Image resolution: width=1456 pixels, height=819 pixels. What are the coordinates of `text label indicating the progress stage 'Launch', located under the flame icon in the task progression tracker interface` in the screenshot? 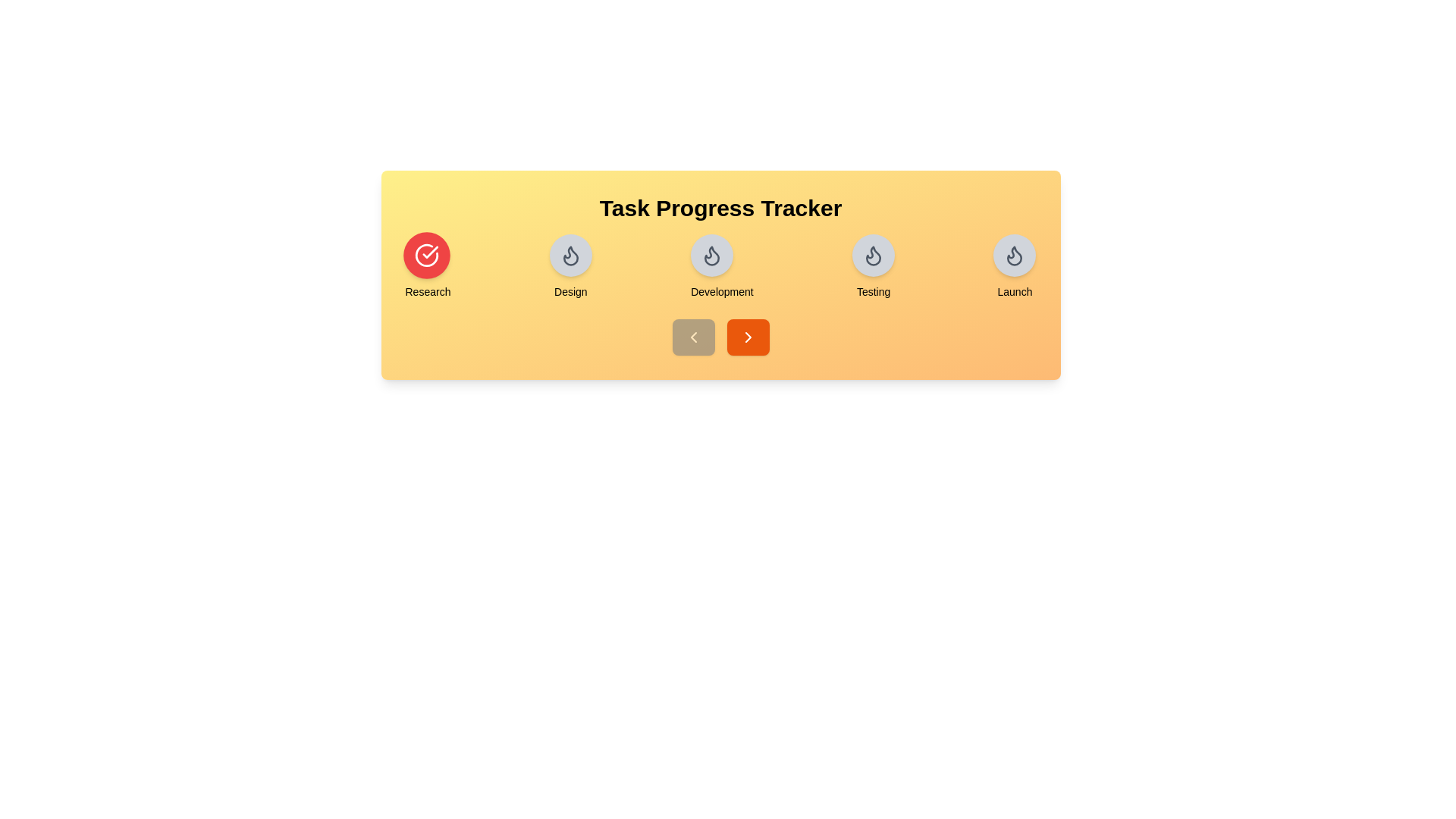 It's located at (1015, 292).